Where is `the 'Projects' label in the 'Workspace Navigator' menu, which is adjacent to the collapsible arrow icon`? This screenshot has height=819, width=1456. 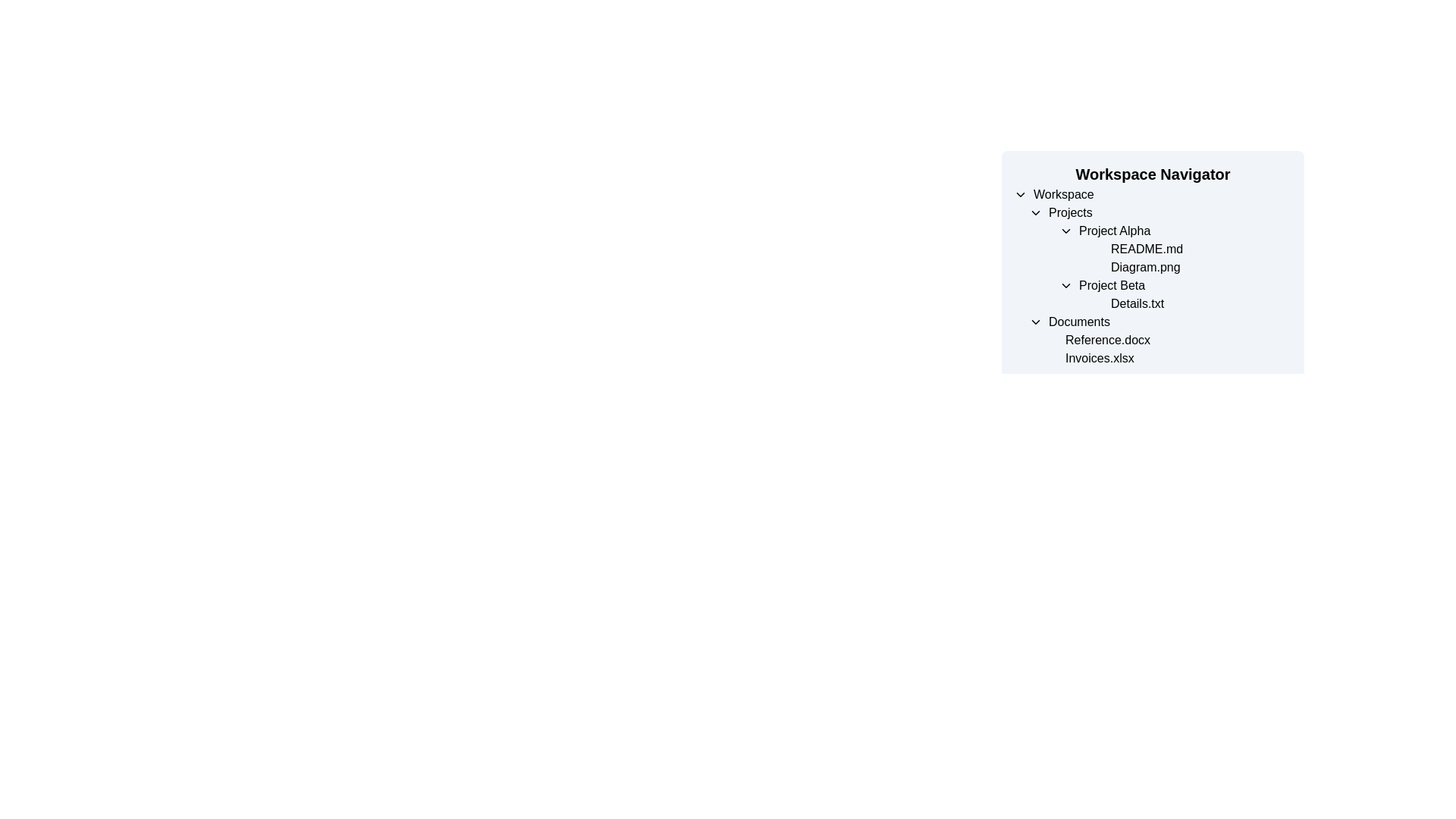
the 'Projects' label in the 'Workspace Navigator' menu, which is adjacent to the collapsible arrow icon is located at coordinates (1069, 213).